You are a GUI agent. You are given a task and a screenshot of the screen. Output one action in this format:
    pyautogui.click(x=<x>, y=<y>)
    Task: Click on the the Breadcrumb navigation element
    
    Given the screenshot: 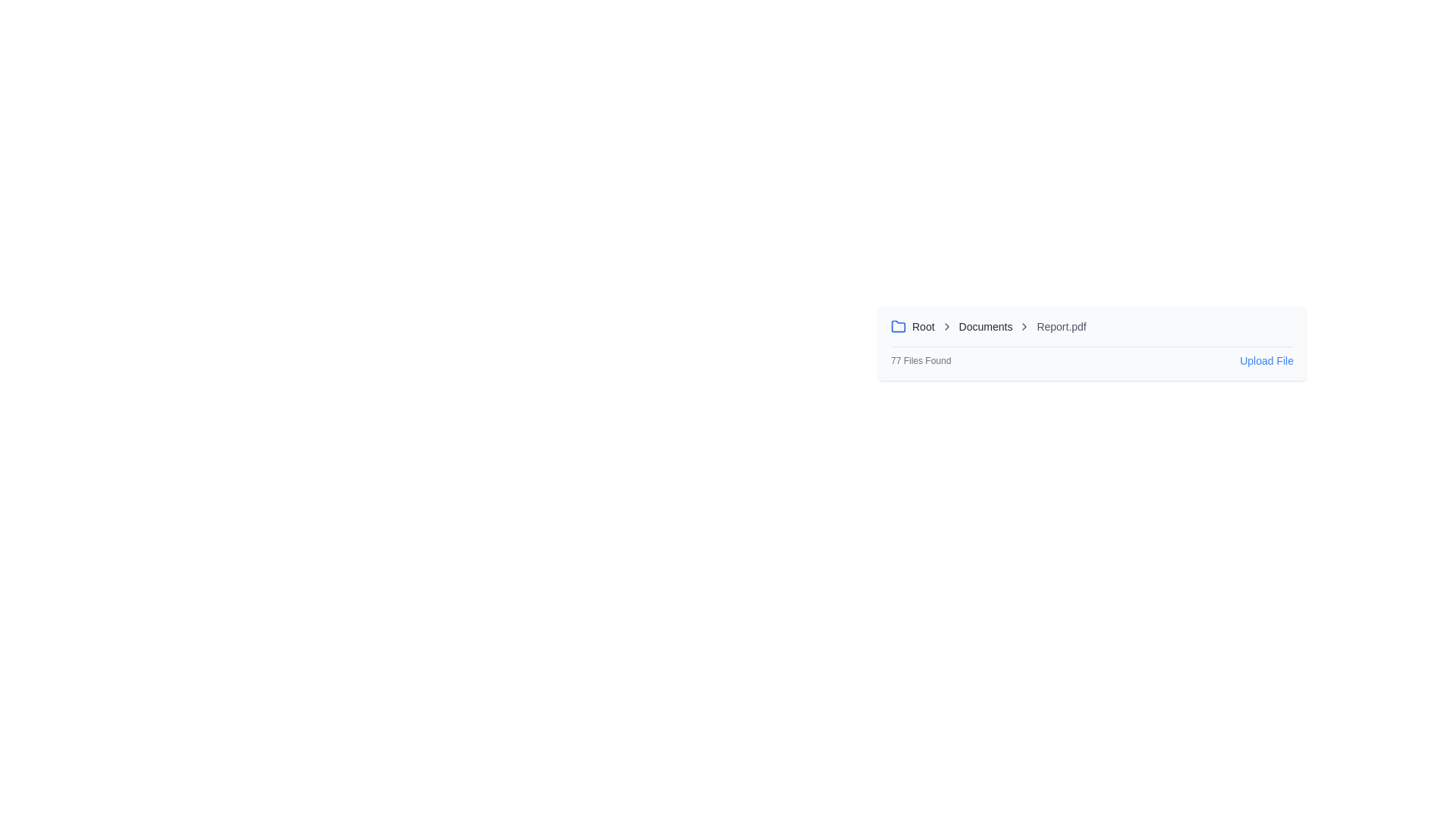 What is the action you would take?
    pyautogui.click(x=1092, y=326)
    